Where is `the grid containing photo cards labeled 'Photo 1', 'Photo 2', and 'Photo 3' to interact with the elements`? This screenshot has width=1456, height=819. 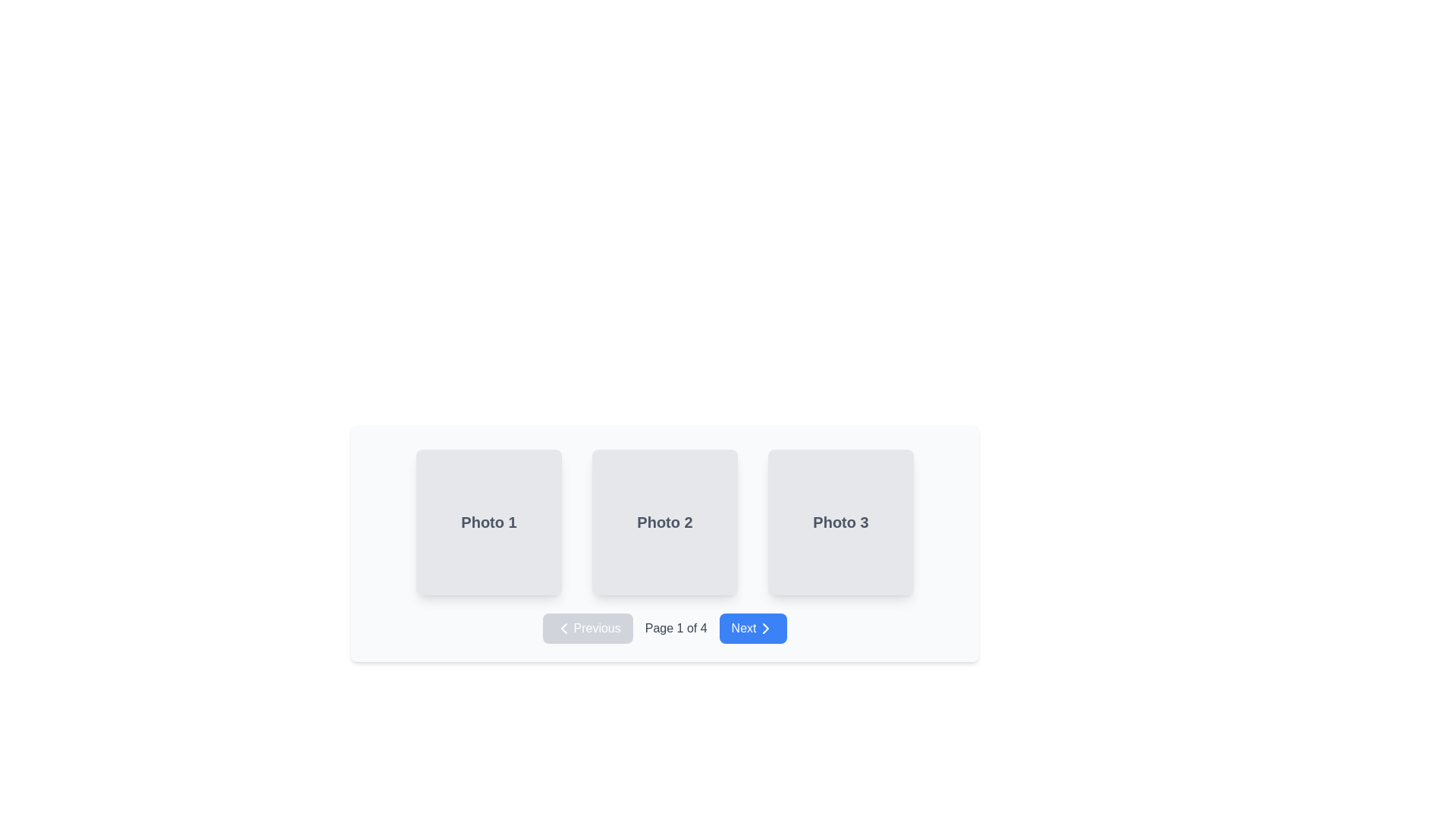 the grid containing photo cards labeled 'Photo 1', 'Photo 2', and 'Photo 3' to interact with the elements is located at coordinates (665, 522).